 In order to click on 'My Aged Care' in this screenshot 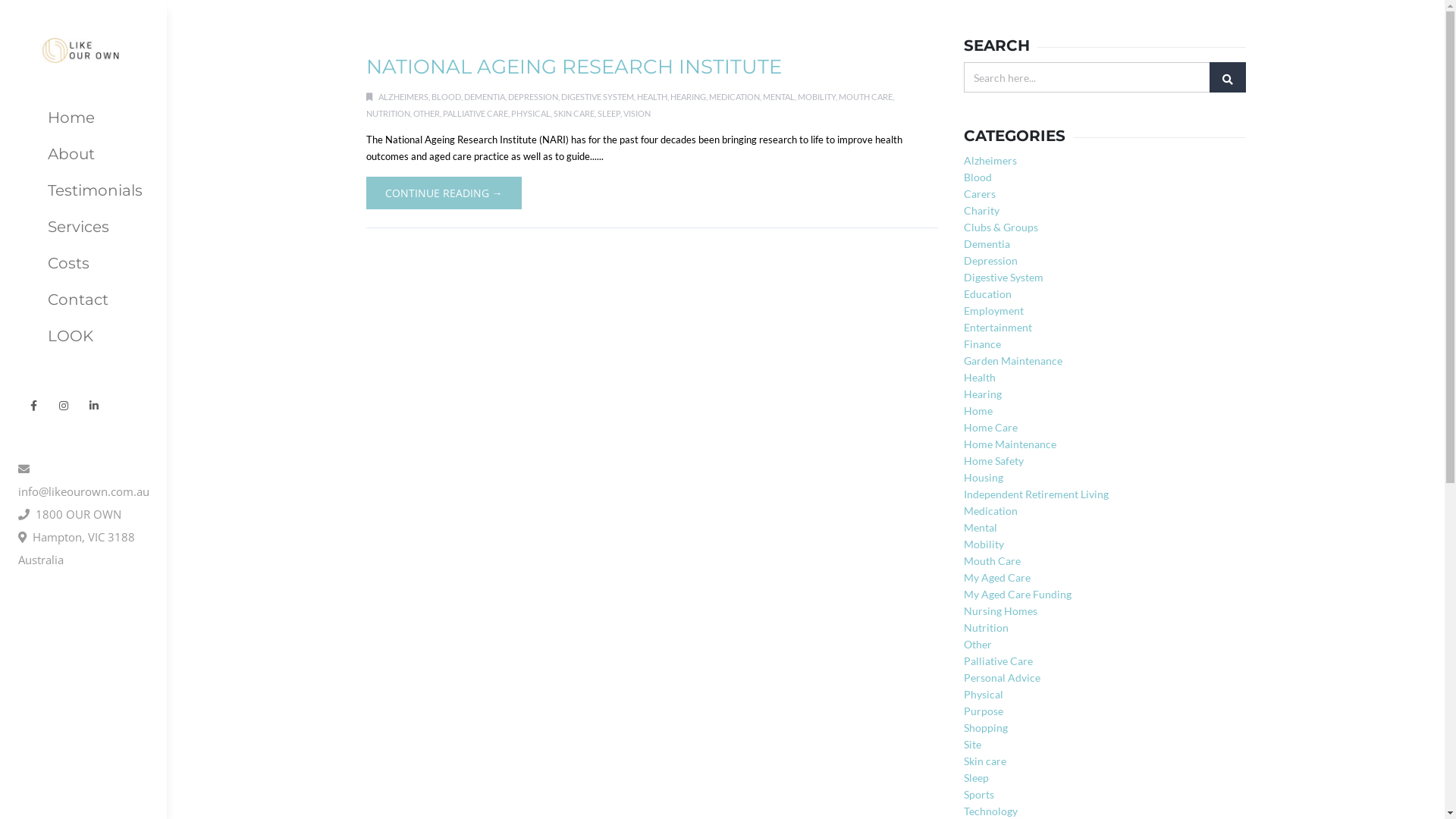, I will do `click(997, 577)`.